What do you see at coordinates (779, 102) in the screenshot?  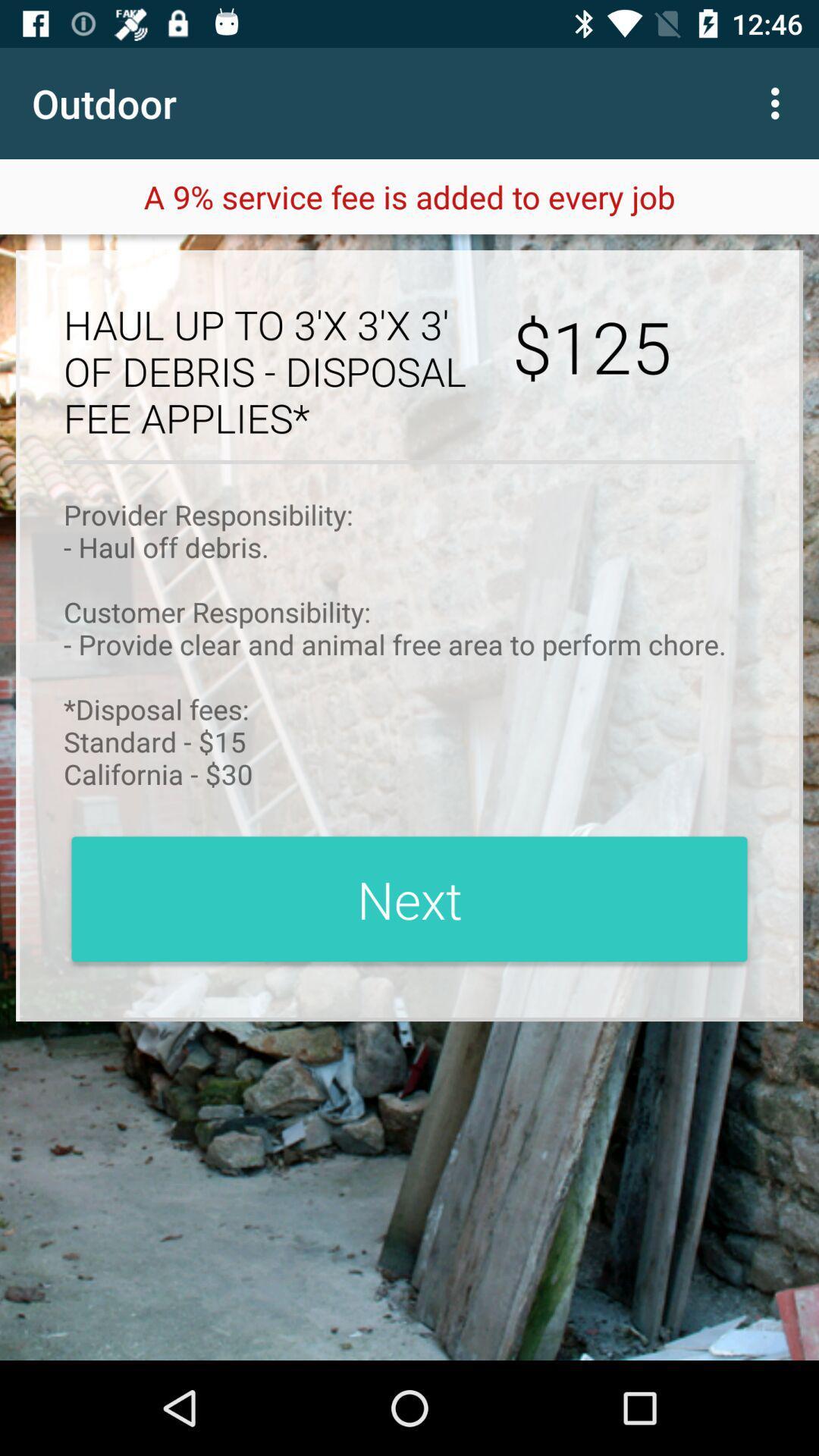 I see `the icon to the right of the outdoor app` at bounding box center [779, 102].